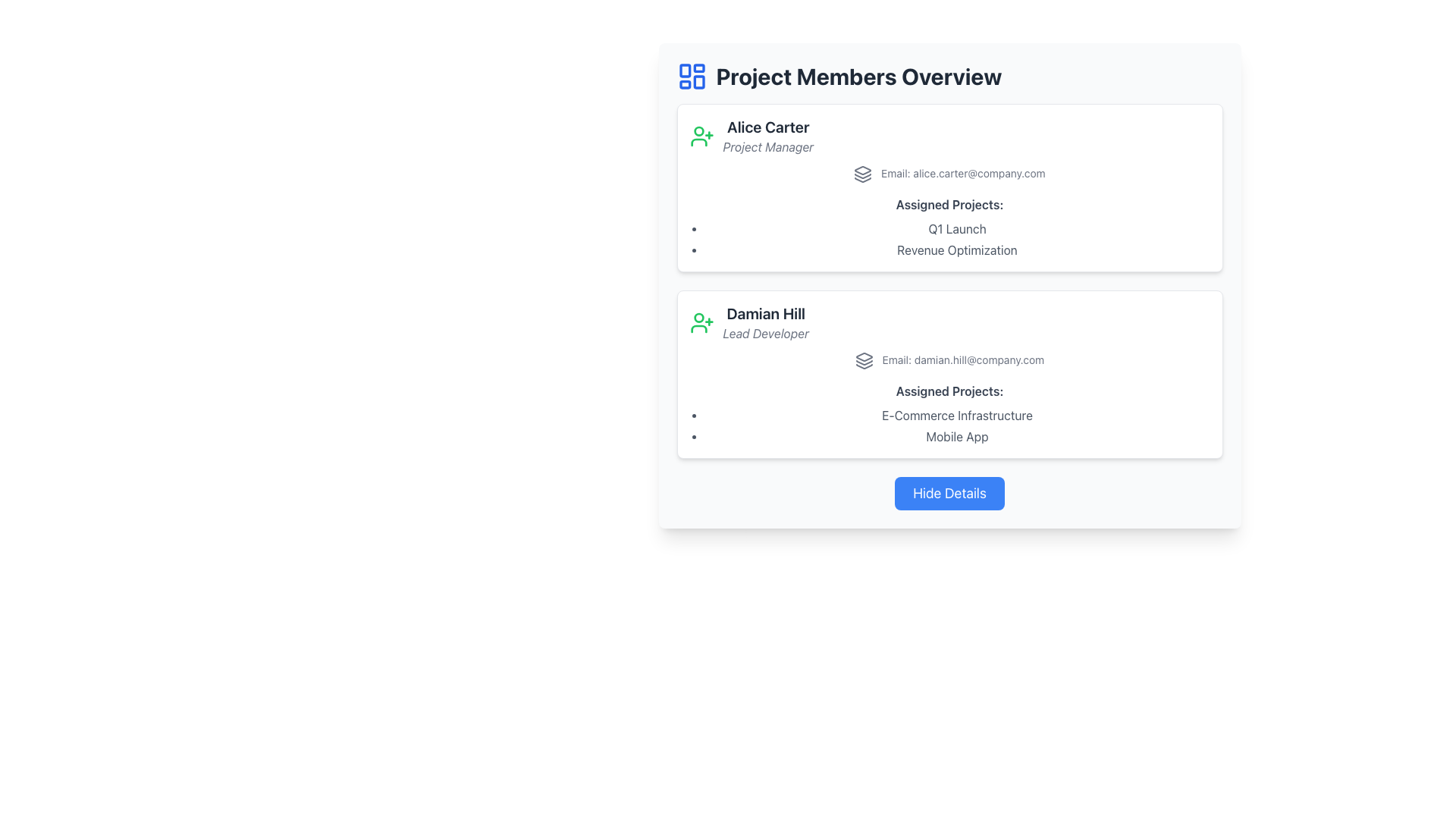 Image resolution: width=1456 pixels, height=819 pixels. What do you see at coordinates (956, 415) in the screenshot?
I see `the text label displaying the project name in the bulleted list under the 'Assigned Projects' section in the 'Damian Hill' information card` at bounding box center [956, 415].